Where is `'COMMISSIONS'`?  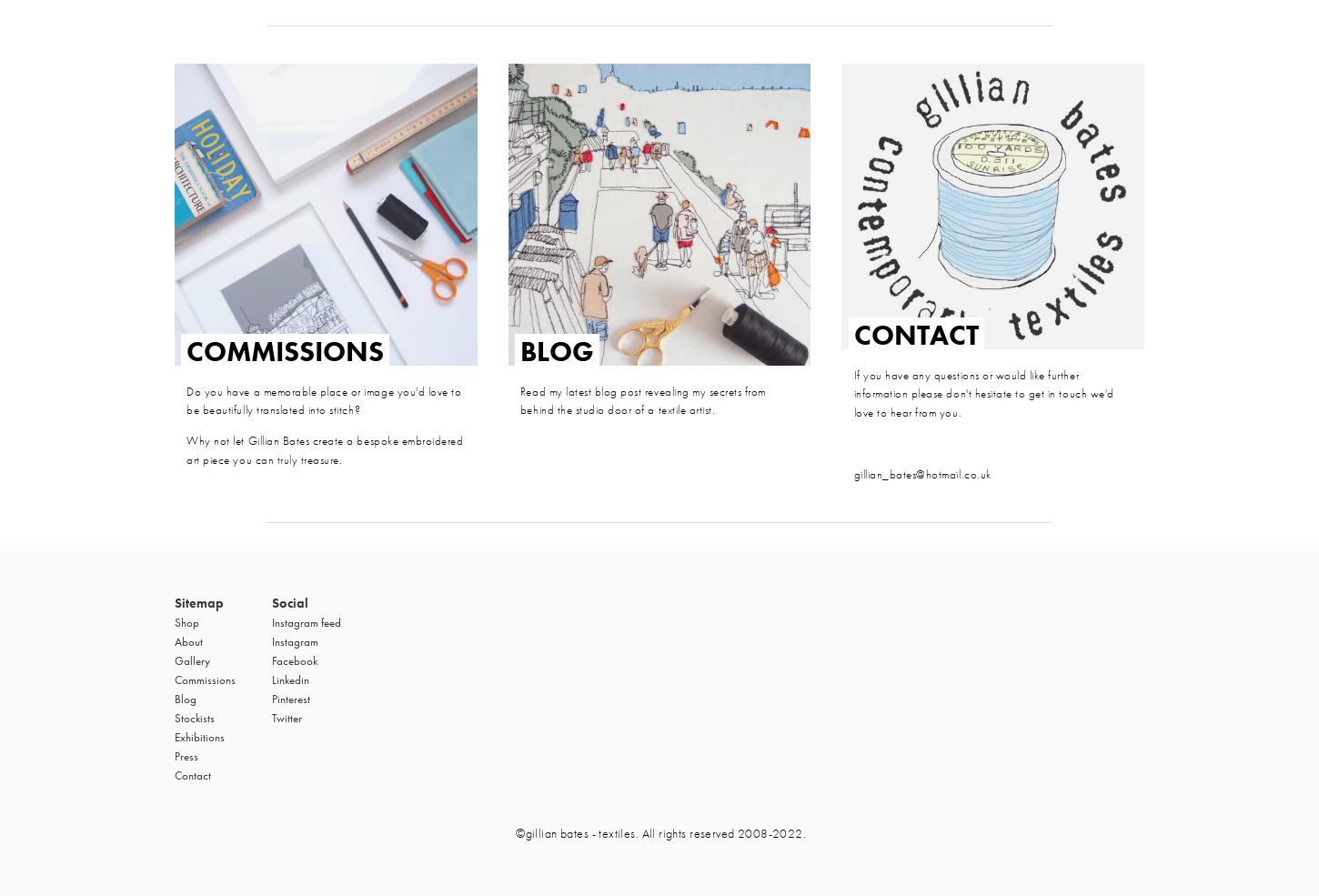
'COMMISSIONS' is located at coordinates (285, 350).